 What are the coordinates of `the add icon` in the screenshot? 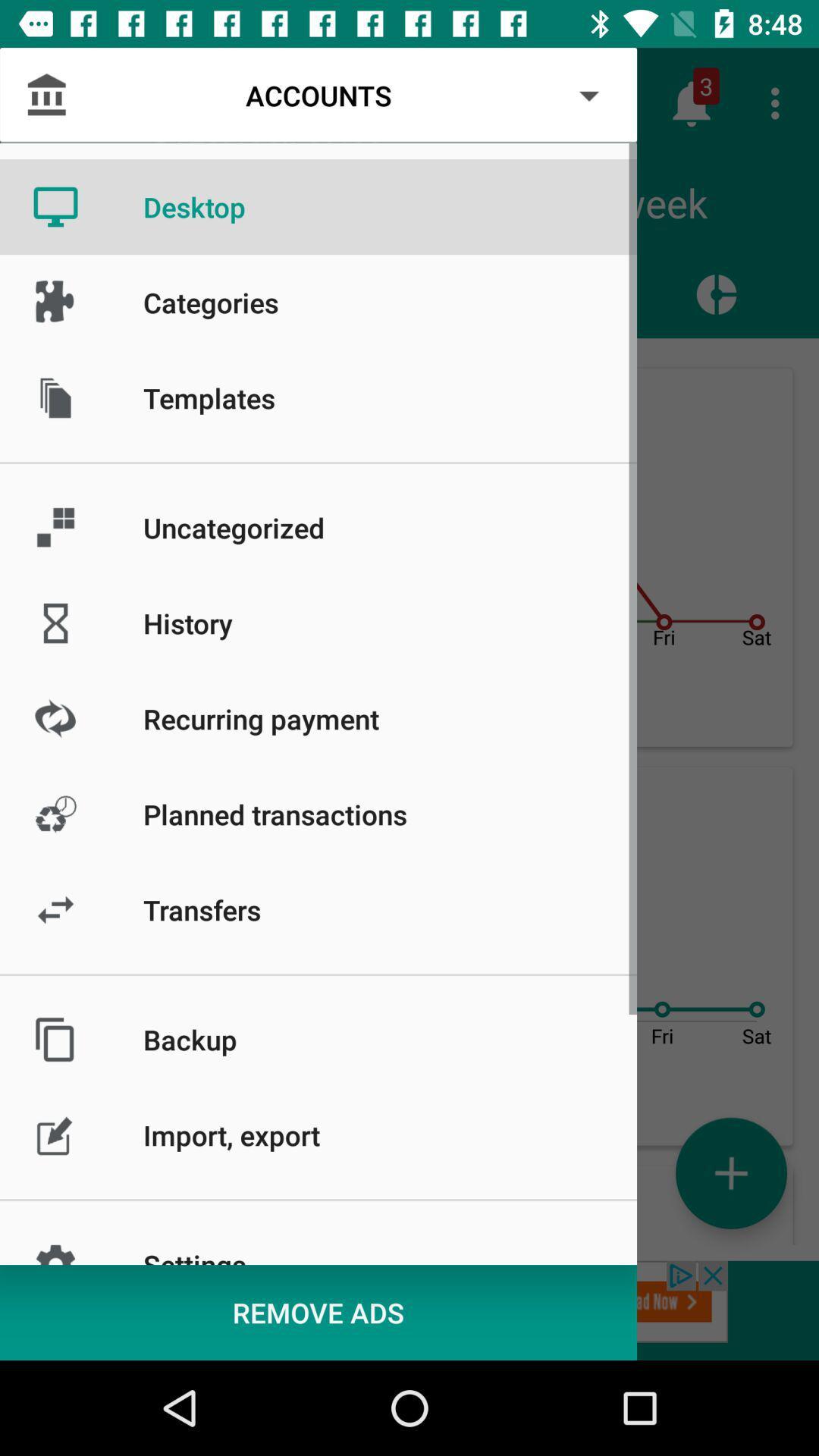 It's located at (730, 1172).